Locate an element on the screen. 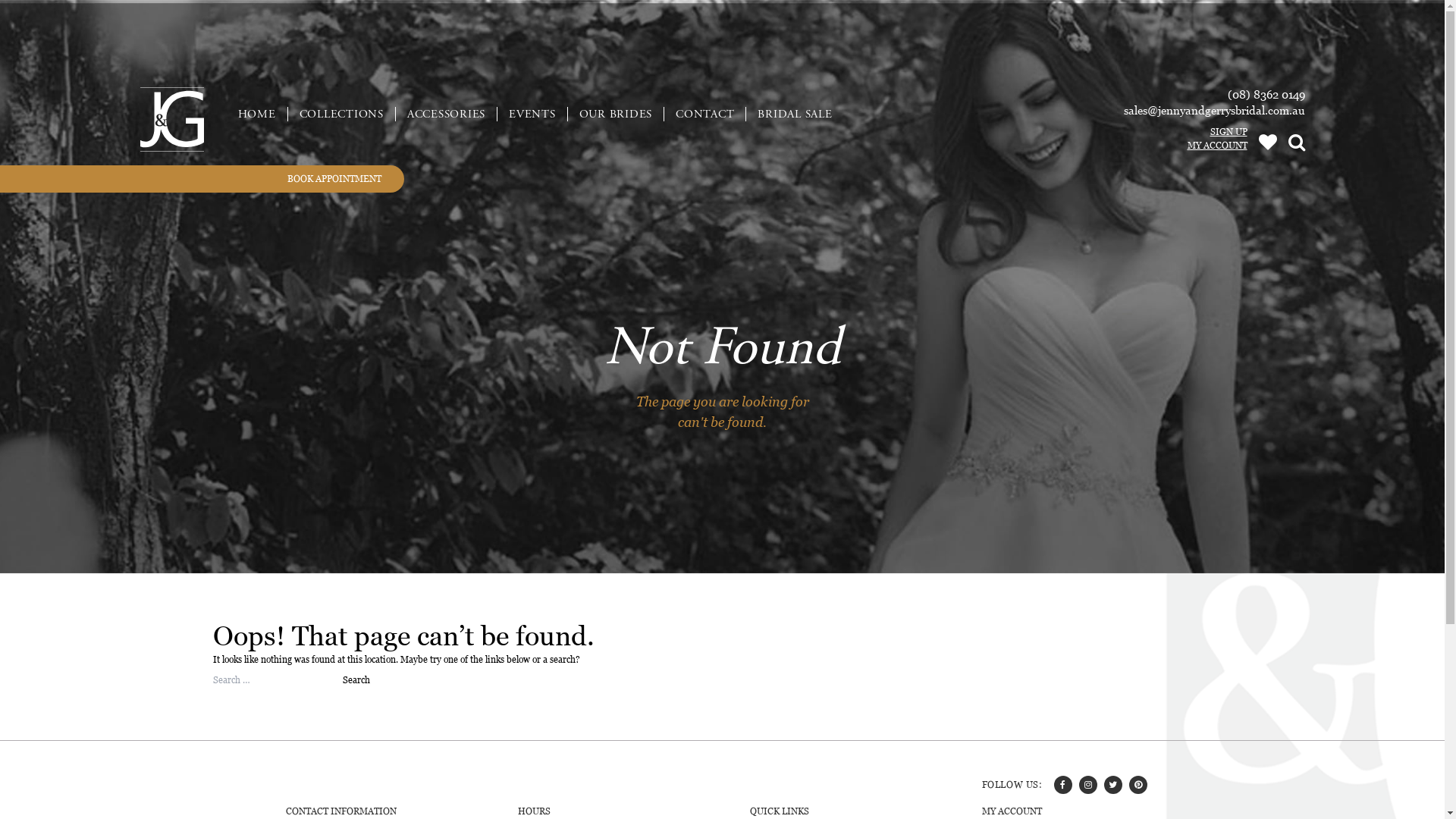 The image size is (1456, 819). 'SIGN UP' is located at coordinates (1183, 130).